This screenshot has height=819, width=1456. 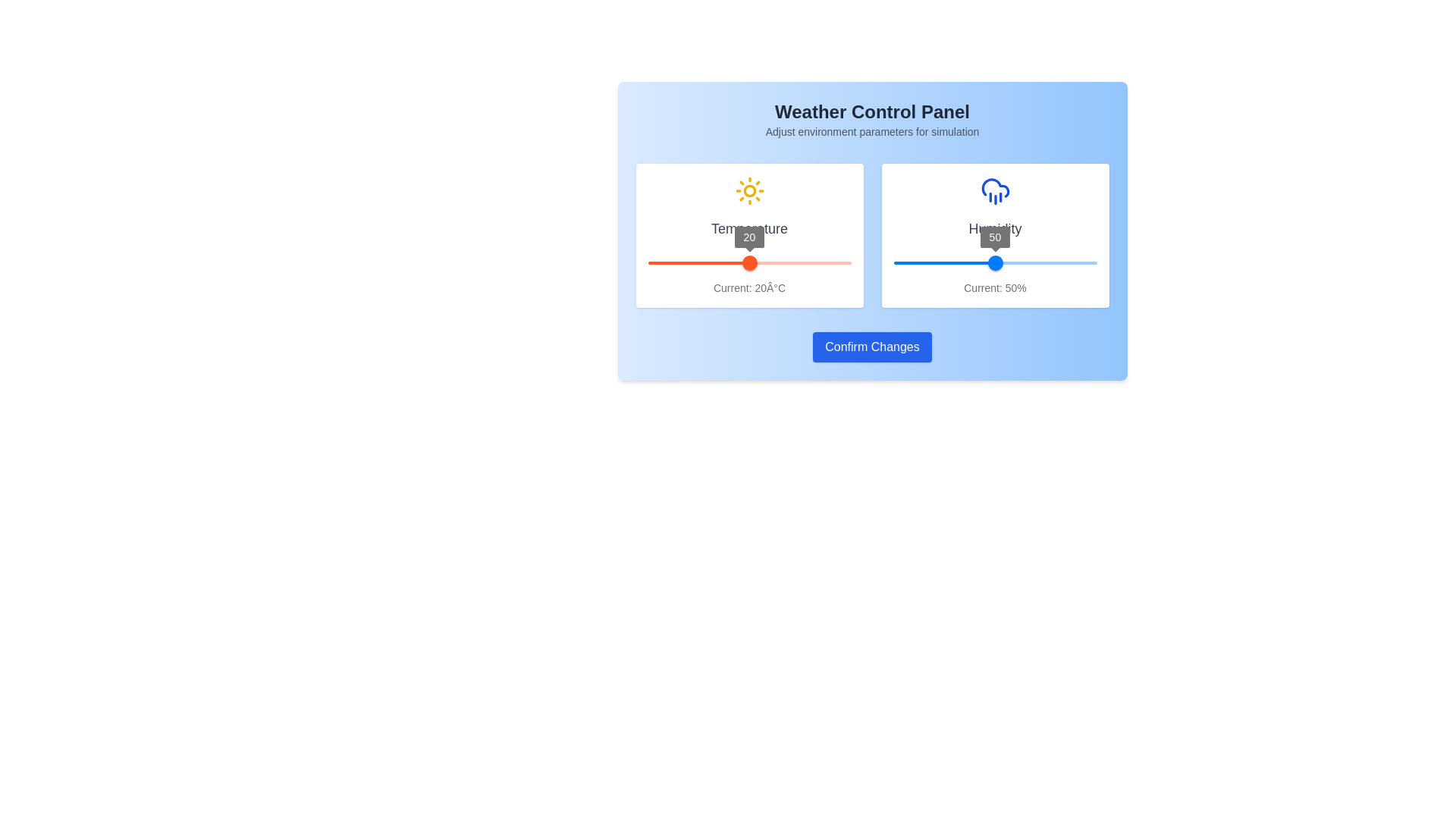 What do you see at coordinates (803, 262) in the screenshot?
I see `the temperature slider` at bounding box center [803, 262].